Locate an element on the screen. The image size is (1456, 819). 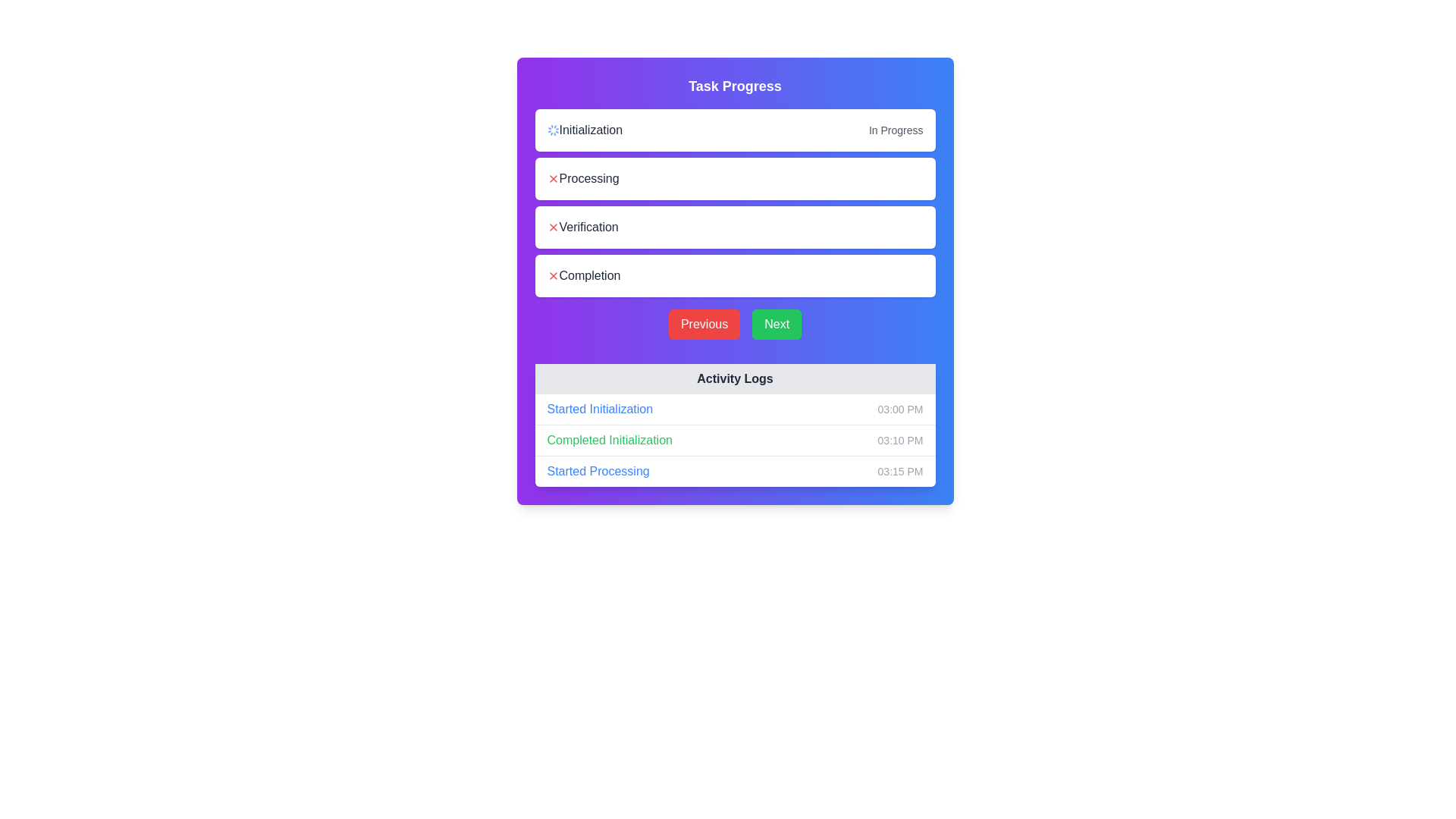
the 'Completion' label with a red-colored cross icon, located in the fourth row of the task status list within the progress tracker panel is located at coordinates (582, 275).